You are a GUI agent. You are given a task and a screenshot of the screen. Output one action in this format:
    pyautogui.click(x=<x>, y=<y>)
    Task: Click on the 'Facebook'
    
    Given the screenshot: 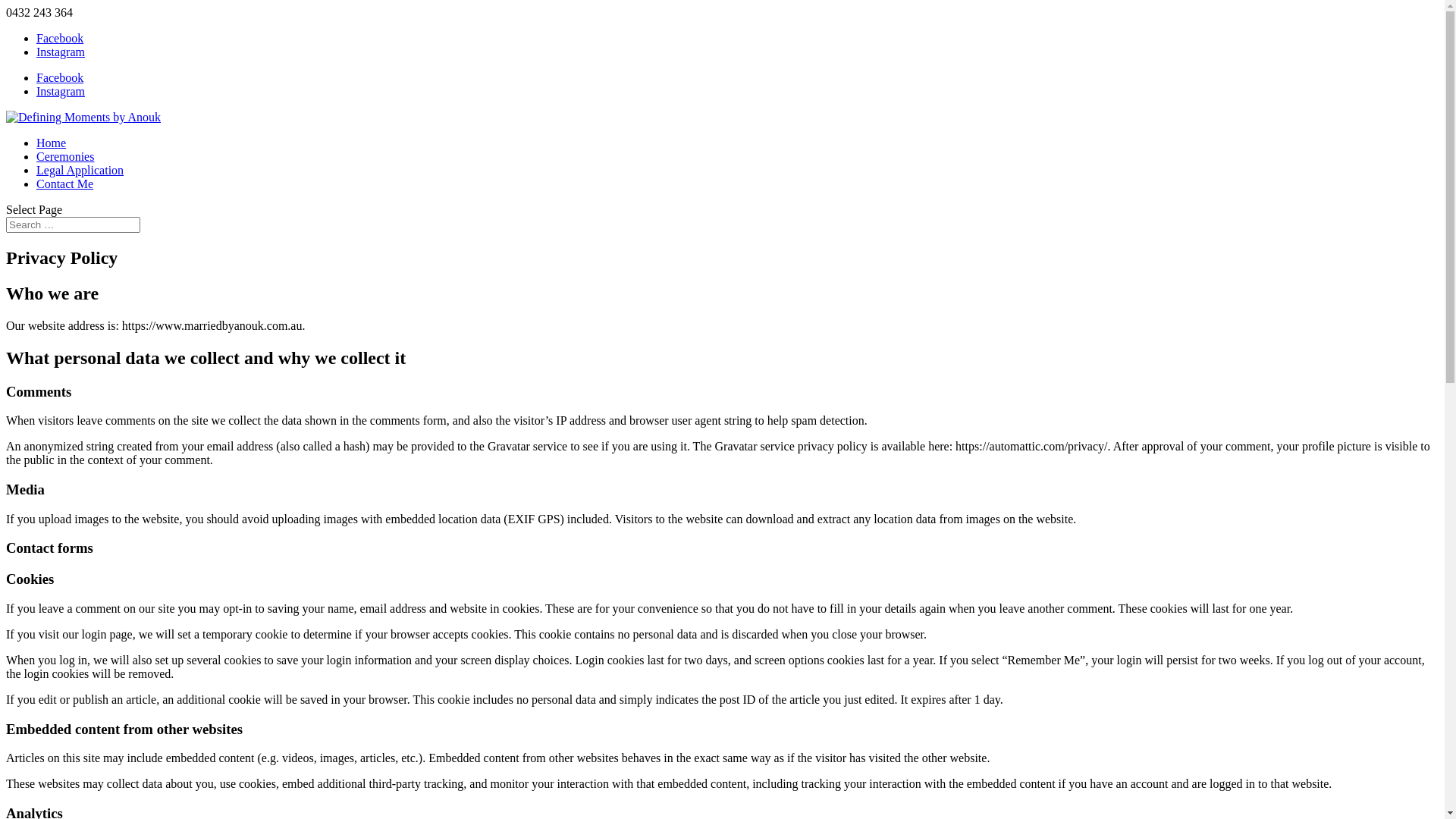 What is the action you would take?
    pyautogui.click(x=59, y=77)
    